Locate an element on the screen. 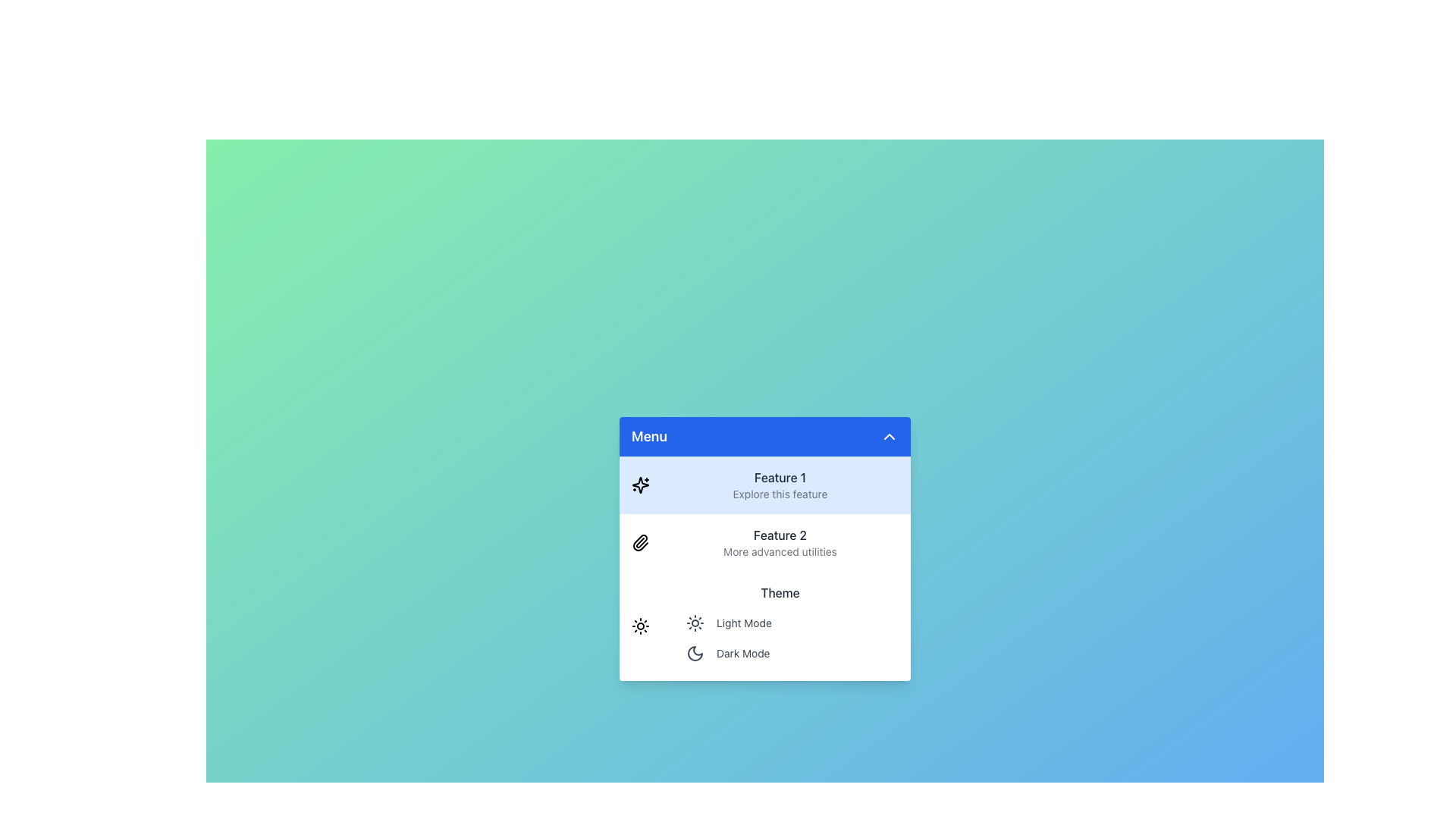 This screenshot has width=1456, height=819. the selectable menu item representing 'Feature 2', which is the second item in the vertically stacked menu list is located at coordinates (764, 542).